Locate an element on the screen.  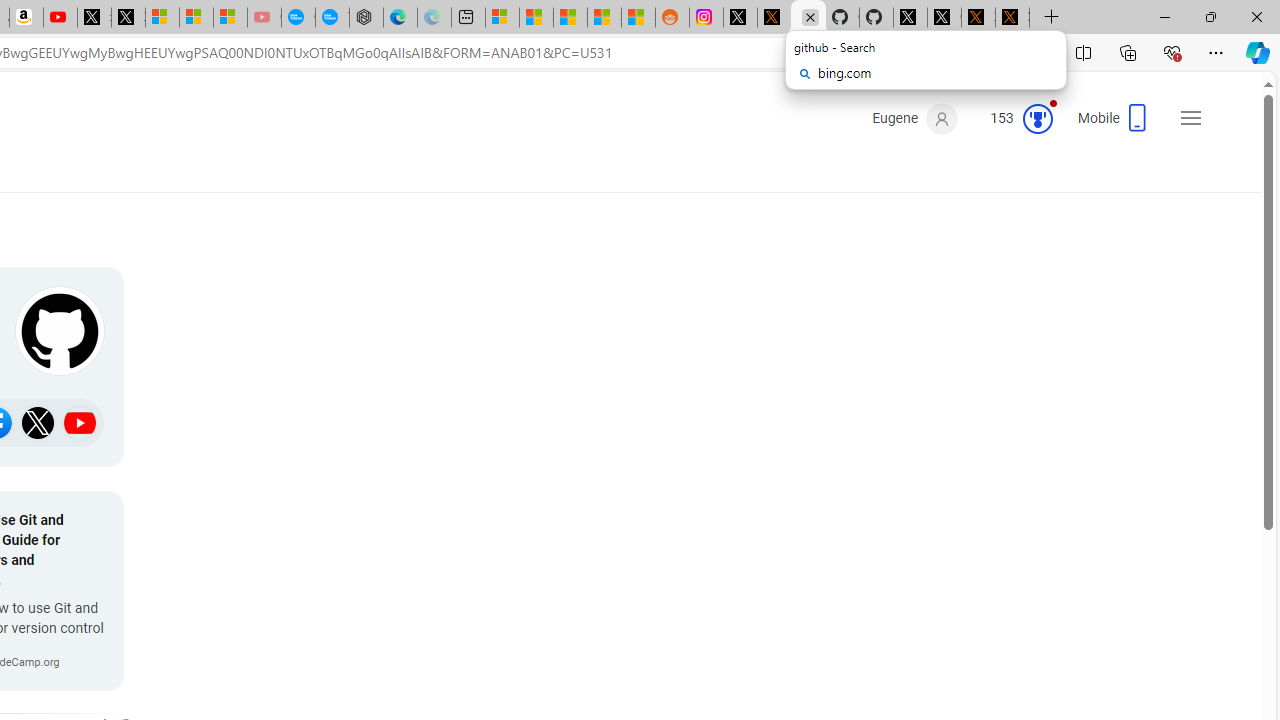
'Settings and more (Alt+F)' is located at coordinates (1215, 51).